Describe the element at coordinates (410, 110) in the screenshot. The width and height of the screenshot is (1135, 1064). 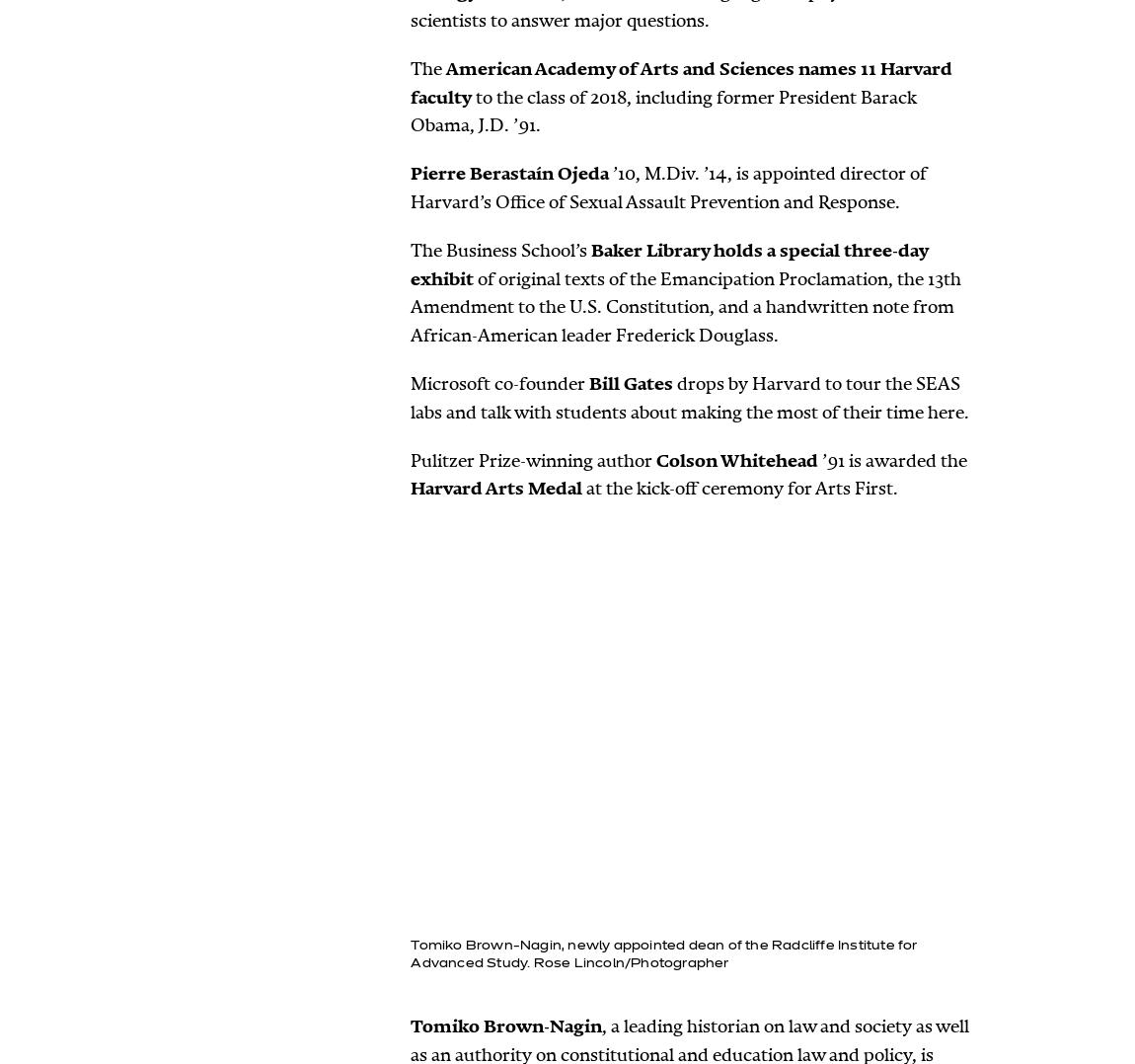
I see `'to the class of 2018, including former President Barack Obama, J.D. ’91.'` at that location.